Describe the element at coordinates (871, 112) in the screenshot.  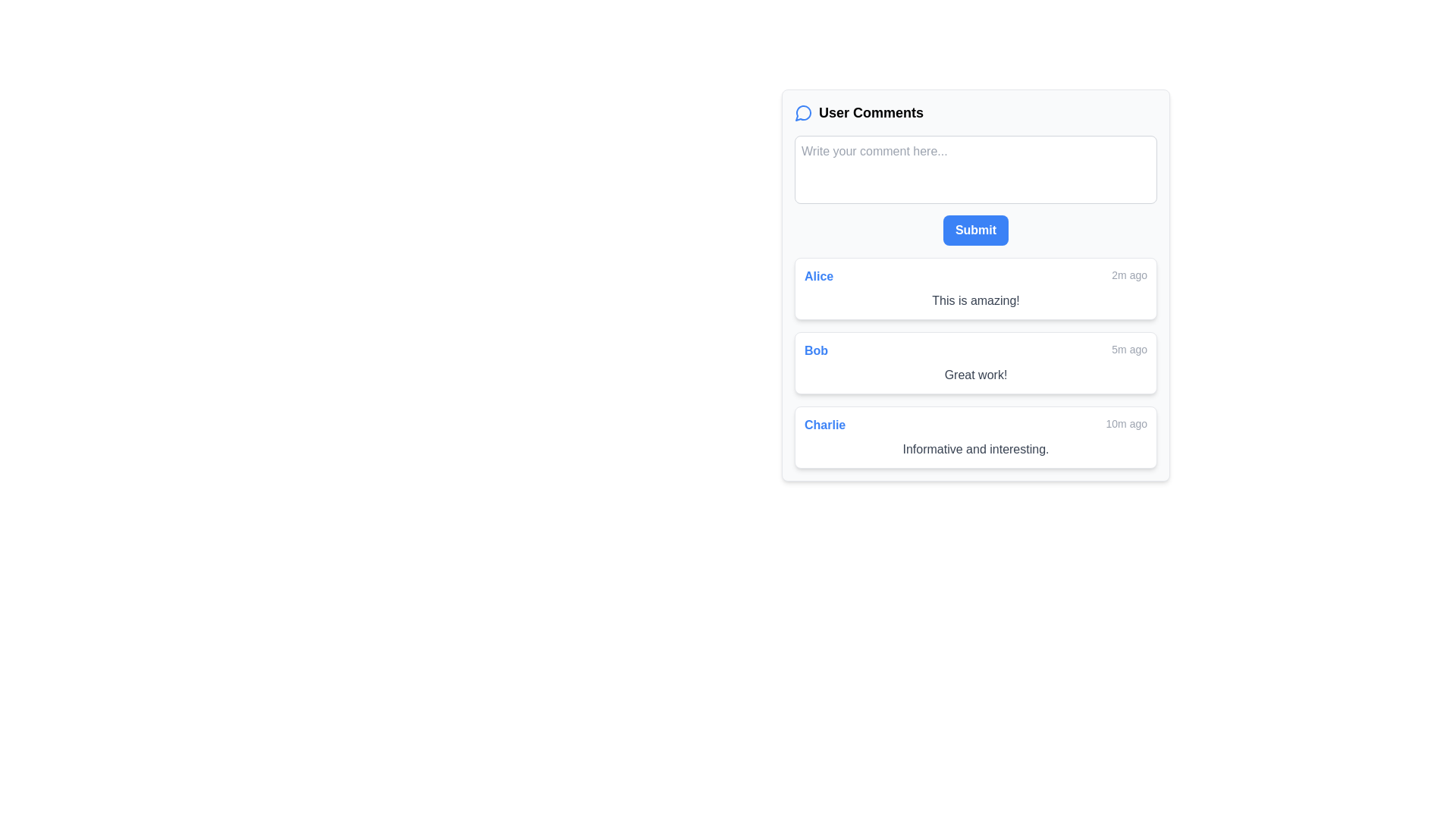
I see `the 'User Comments' text label` at that location.